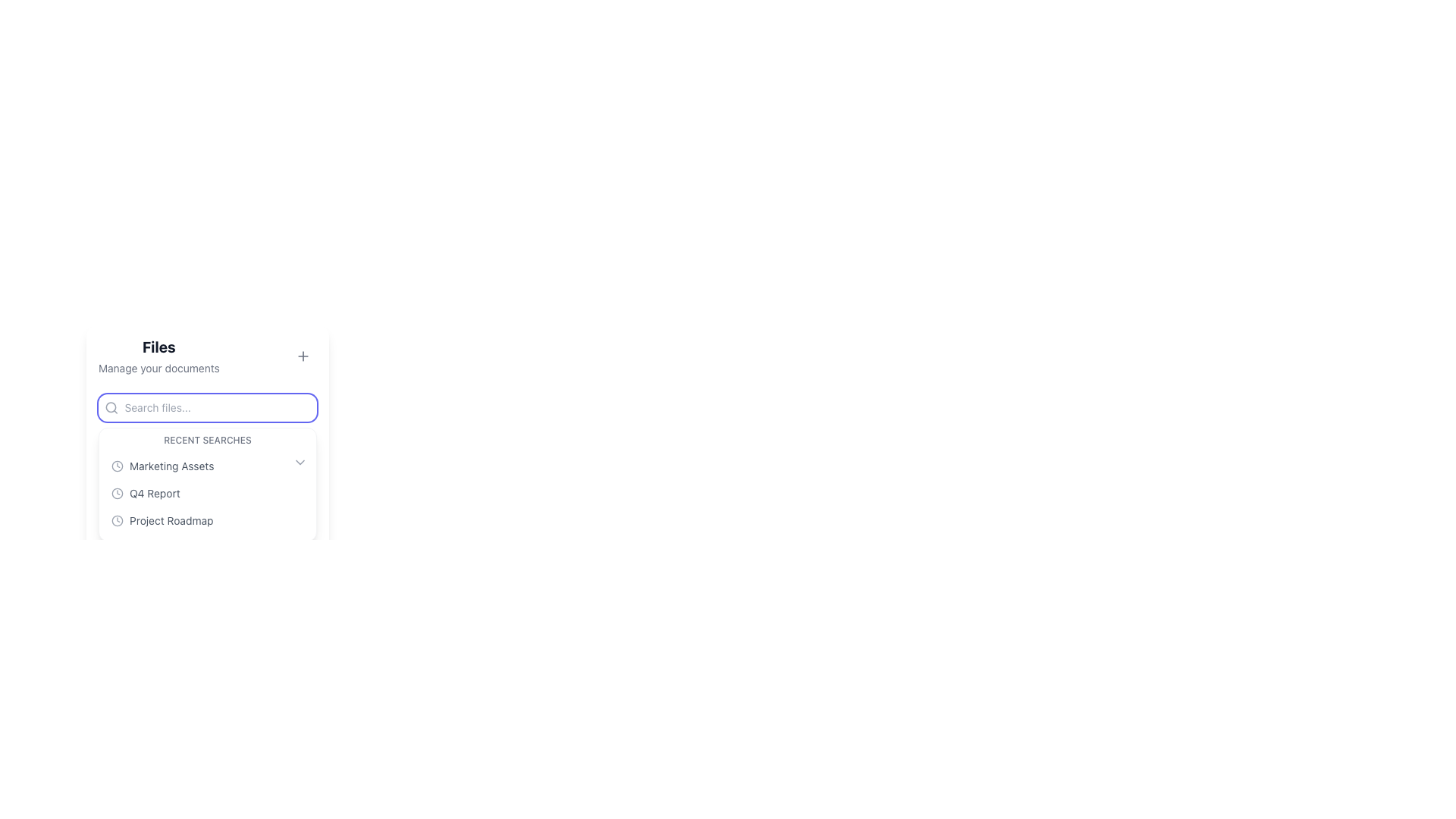  What do you see at coordinates (206, 519) in the screenshot?
I see `the 'Project Roadmap' dropdown item, which is the last item` at bounding box center [206, 519].